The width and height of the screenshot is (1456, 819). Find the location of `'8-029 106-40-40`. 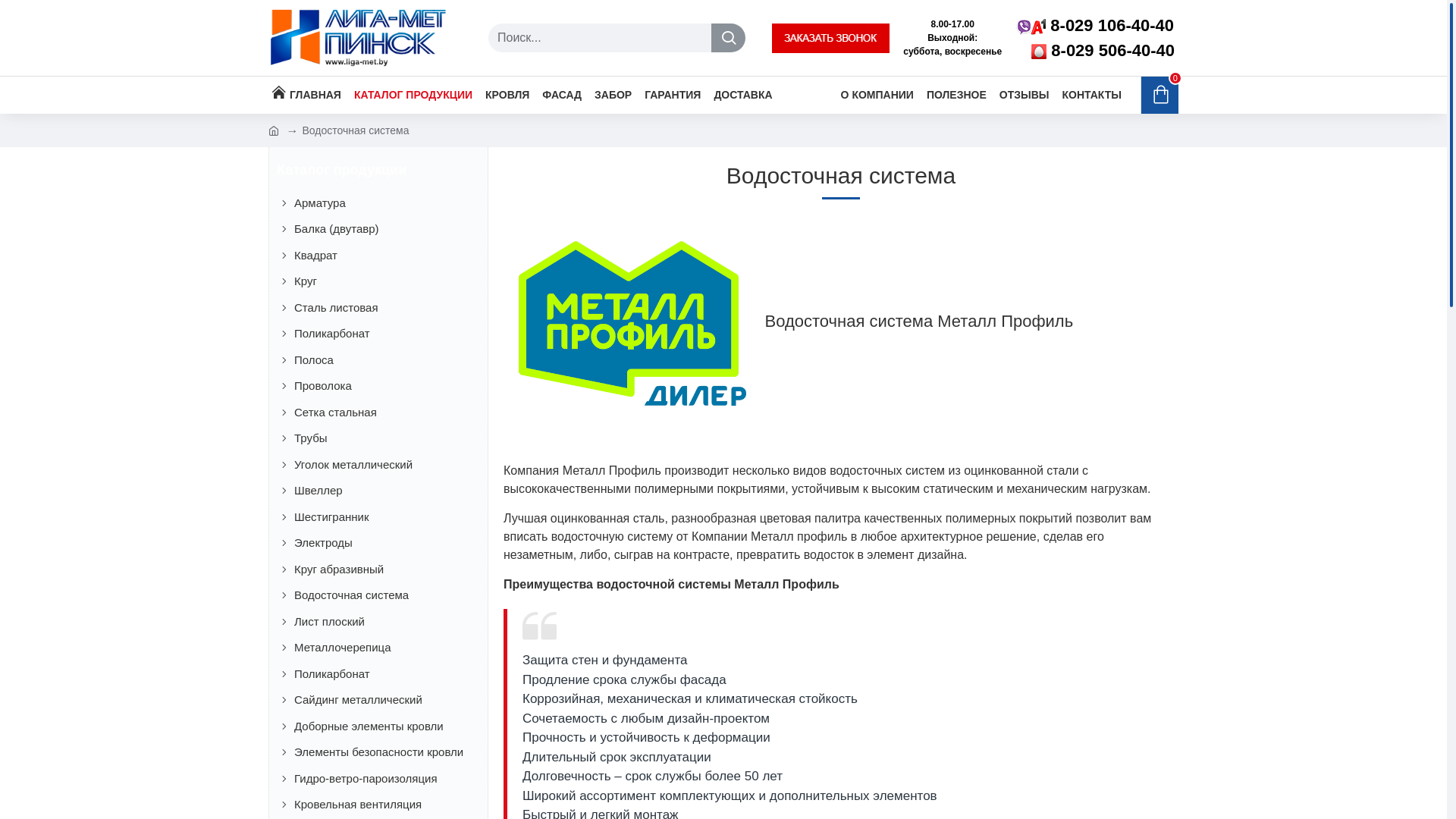

'8-029 106-40-40 is located at coordinates (1095, 37).